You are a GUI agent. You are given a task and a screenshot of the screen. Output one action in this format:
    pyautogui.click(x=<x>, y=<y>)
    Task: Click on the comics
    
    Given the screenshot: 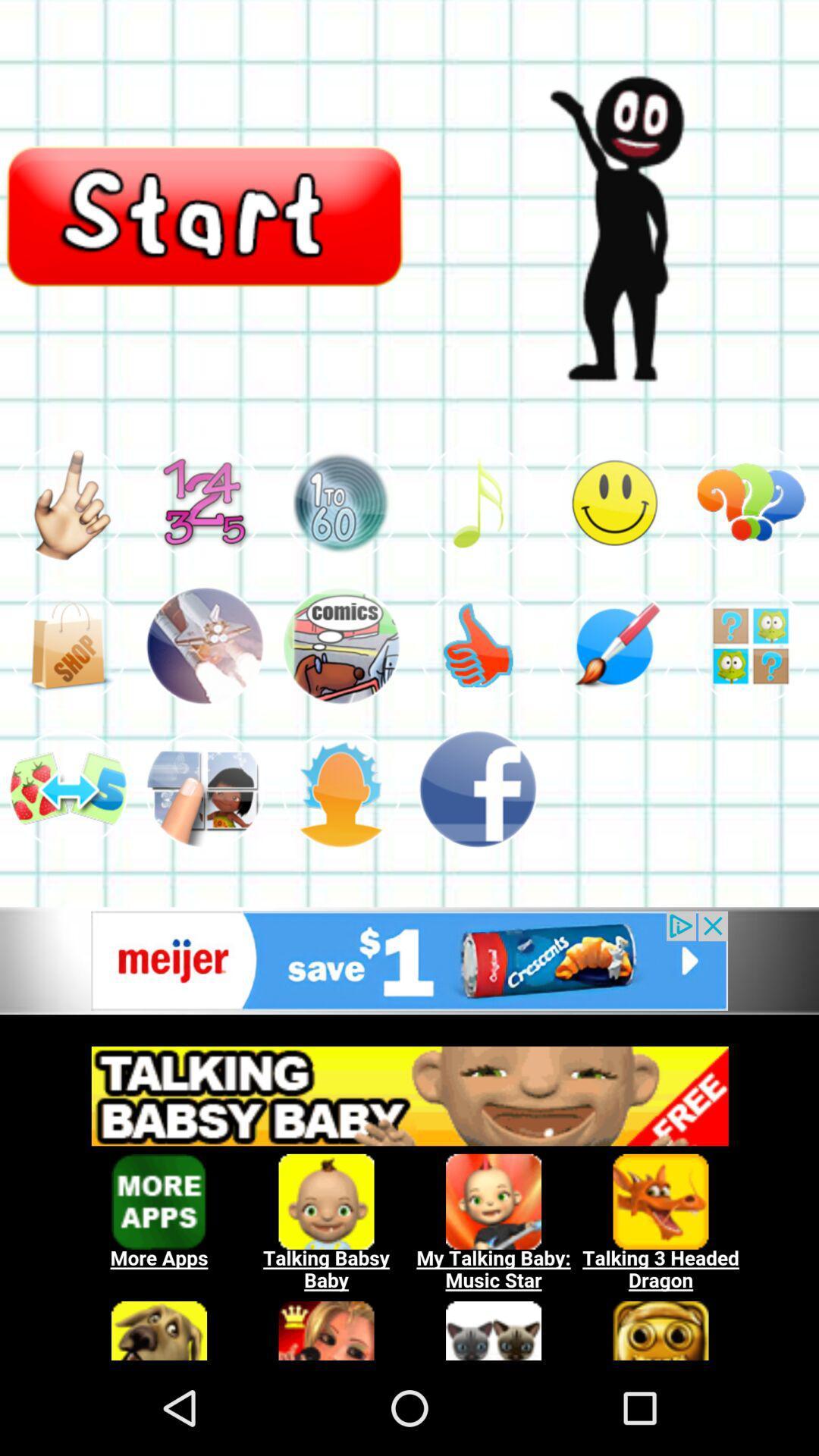 What is the action you would take?
    pyautogui.click(x=341, y=645)
    